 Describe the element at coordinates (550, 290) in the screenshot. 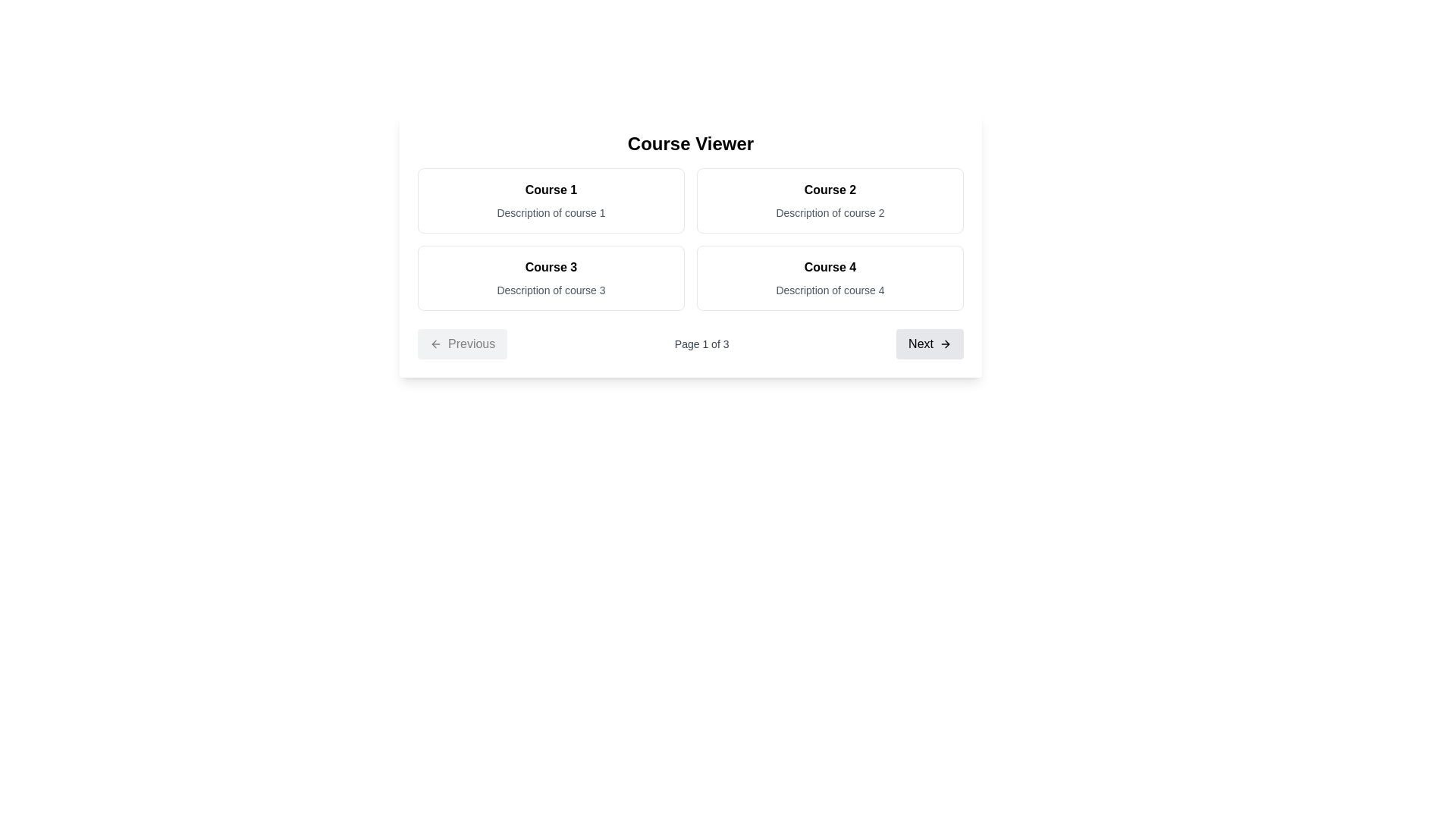

I see `the text label that provides a brief description for Course 3, located in the second row, first column of the course layout grid, beneath the 'Course 3' title` at that location.